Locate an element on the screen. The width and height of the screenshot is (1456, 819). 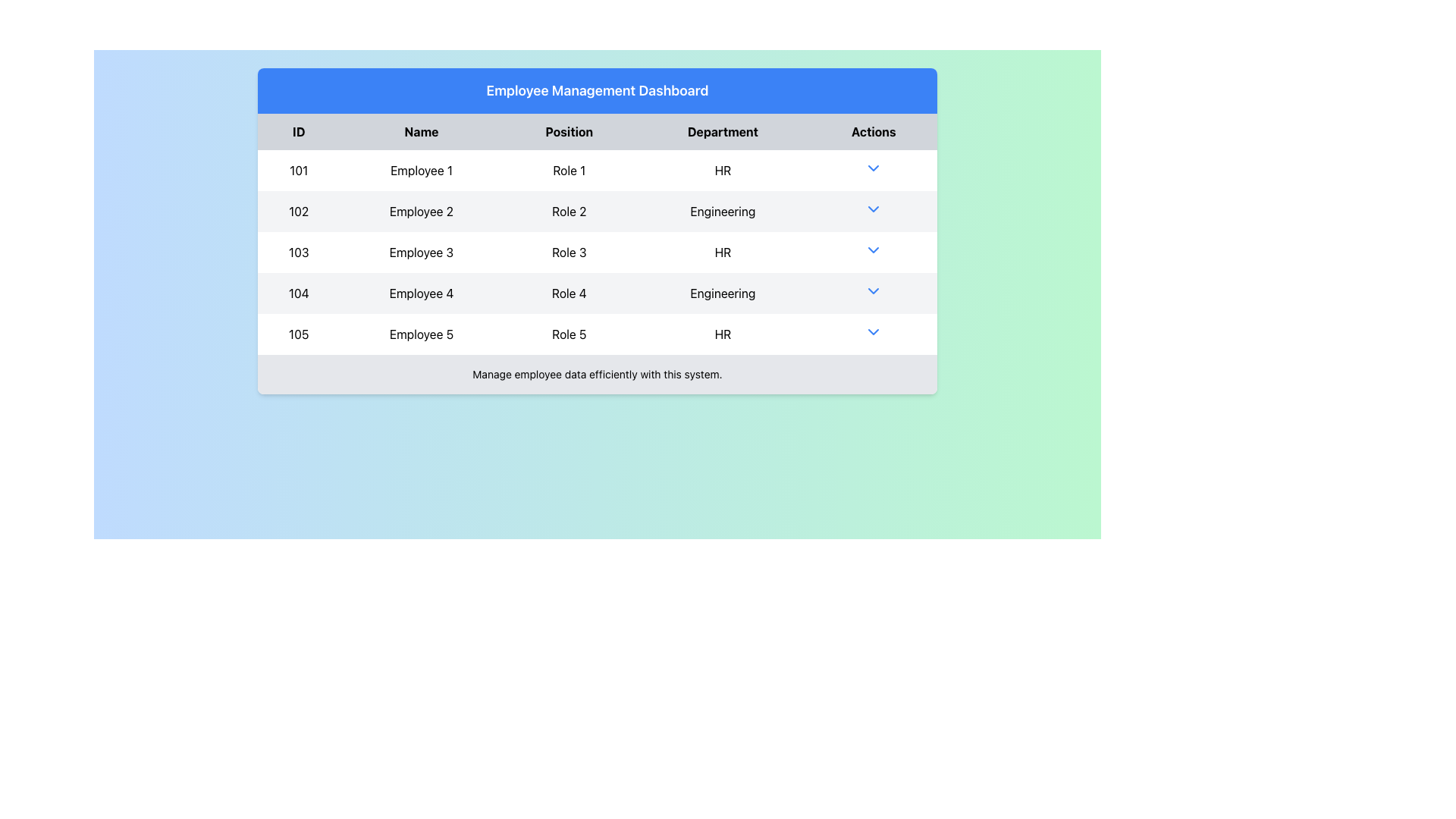
the blue downward-pointing chevron icon is located at coordinates (874, 293).